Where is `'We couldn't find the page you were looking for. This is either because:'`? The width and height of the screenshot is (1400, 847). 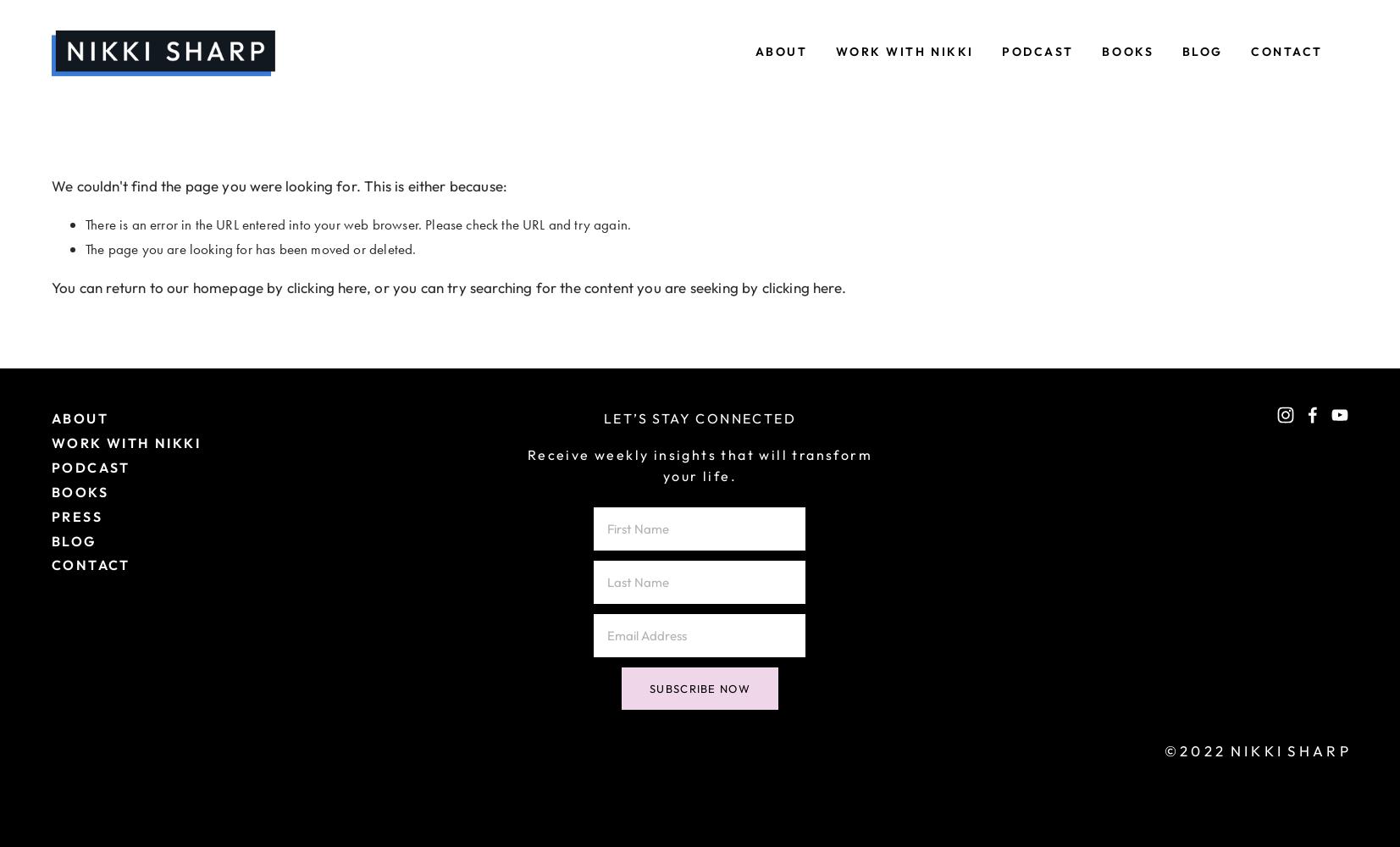
'We couldn't find the page you were looking for. This is either because:' is located at coordinates (278, 184).